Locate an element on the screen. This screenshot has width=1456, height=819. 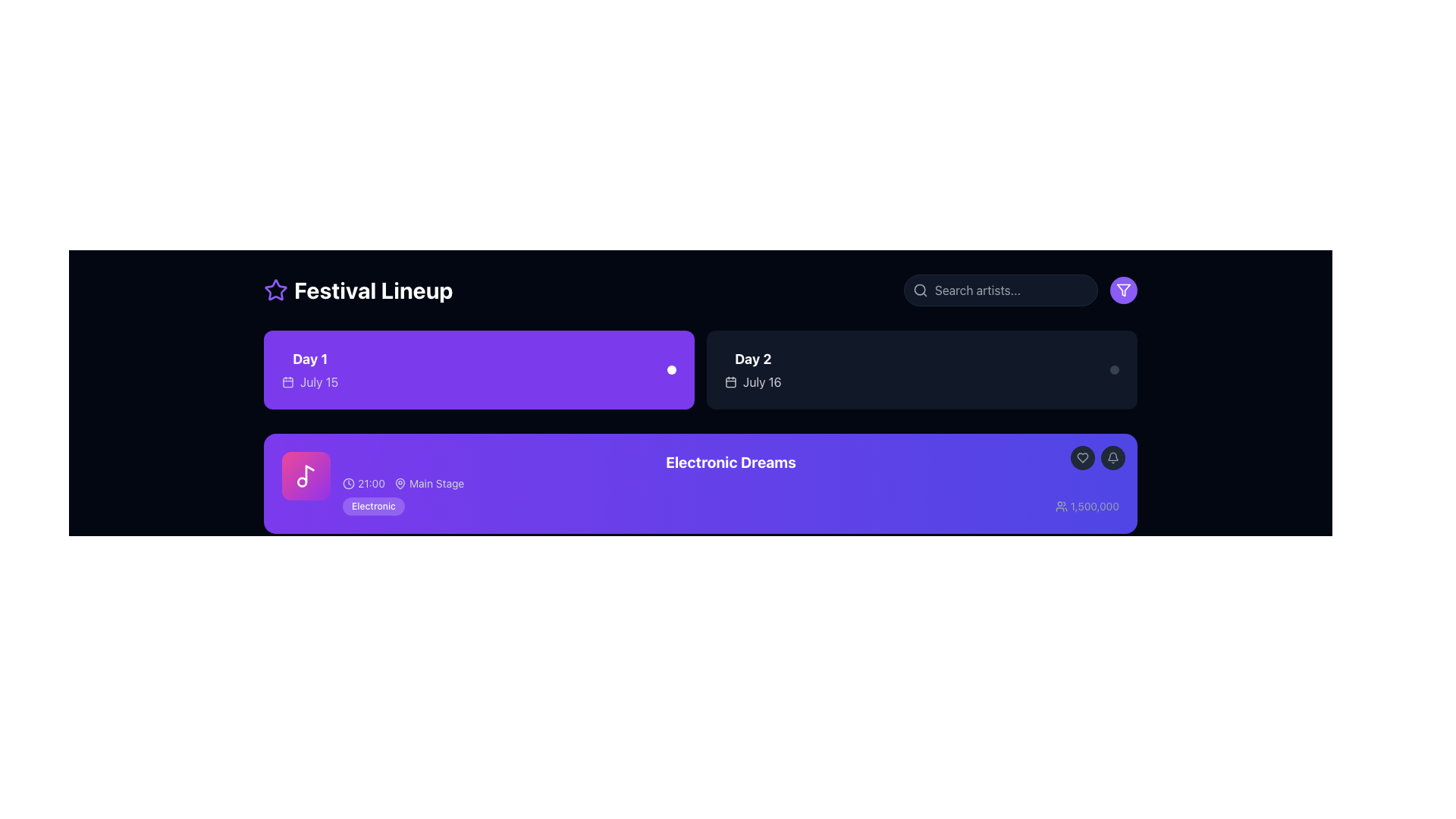
the decorative star icon in the 'Festival Lineup' section located at the top-left corner of the interface is located at coordinates (276, 290).